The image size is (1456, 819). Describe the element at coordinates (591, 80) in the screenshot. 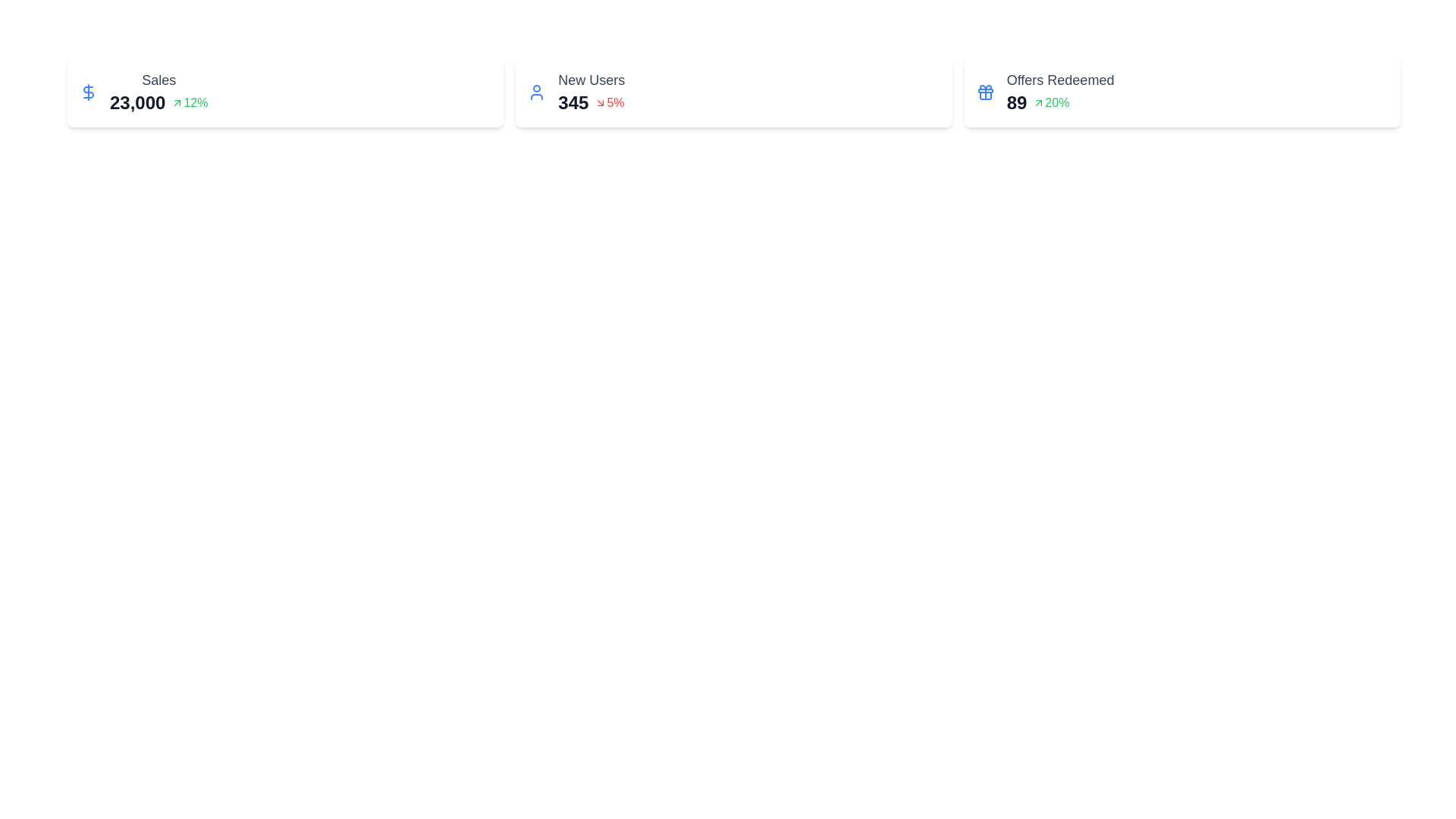

I see `the static text label 'New Users' which serves as a title indicating the metric being represented, positioned at the upper part of the card between 'Sales' and 'Offers Redeemed'` at that location.